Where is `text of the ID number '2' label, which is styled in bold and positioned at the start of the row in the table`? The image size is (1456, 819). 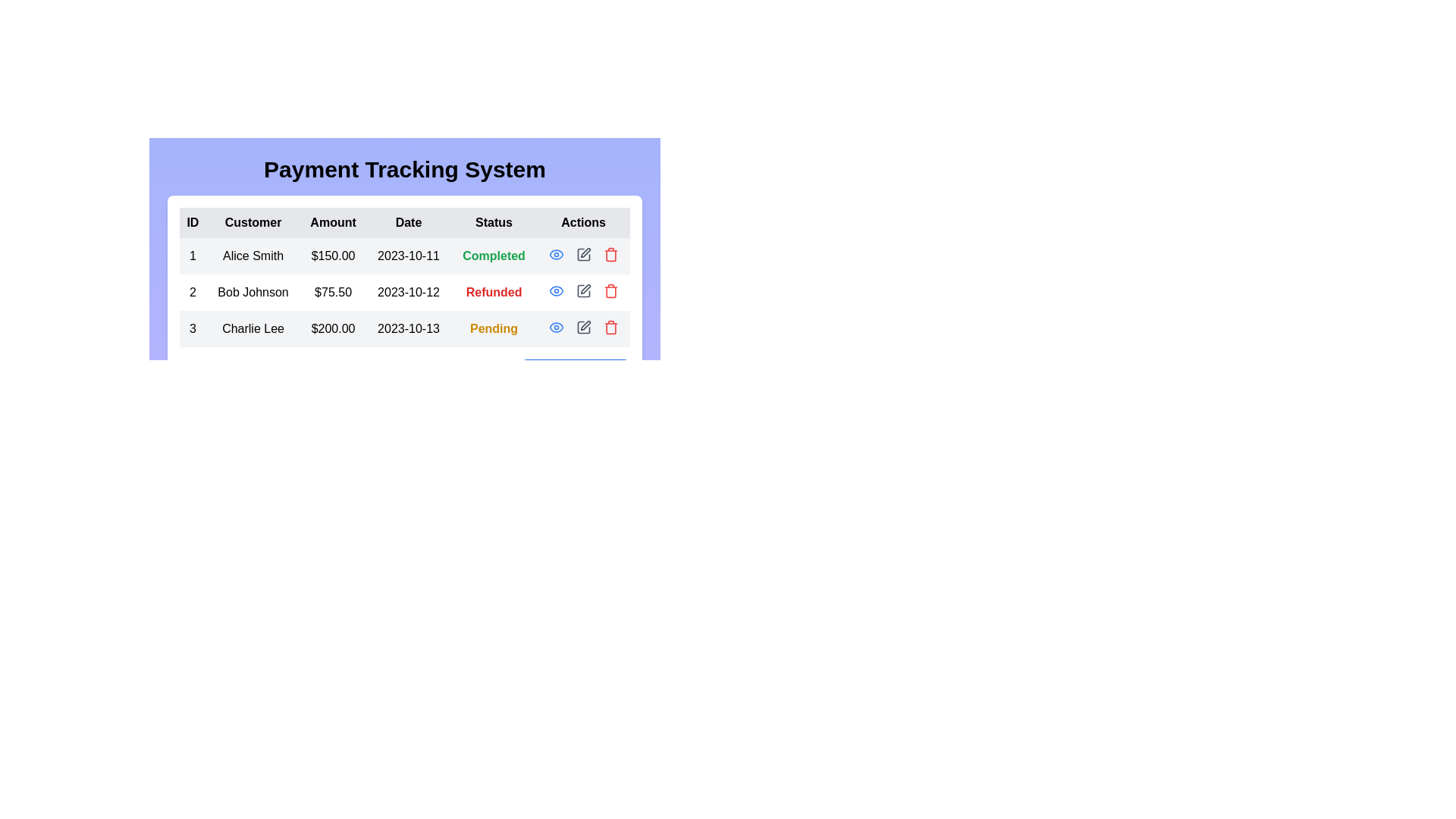 text of the ID number '2' label, which is styled in bold and positioned at the start of the row in the table is located at coordinates (192, 292).